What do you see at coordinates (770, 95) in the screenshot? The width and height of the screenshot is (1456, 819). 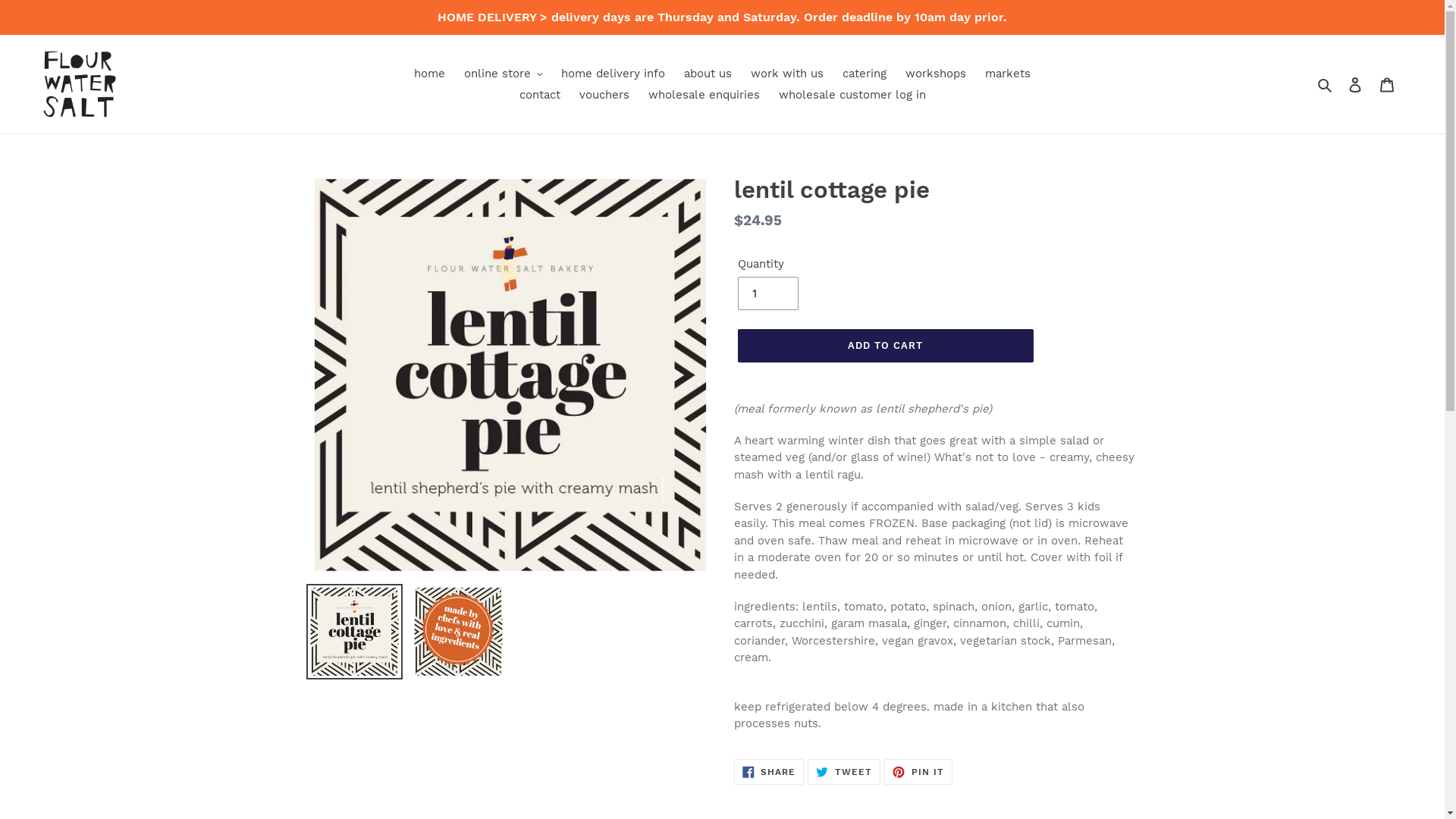 I see `'wholesale customer log in'` at bounding box center [770, 95].